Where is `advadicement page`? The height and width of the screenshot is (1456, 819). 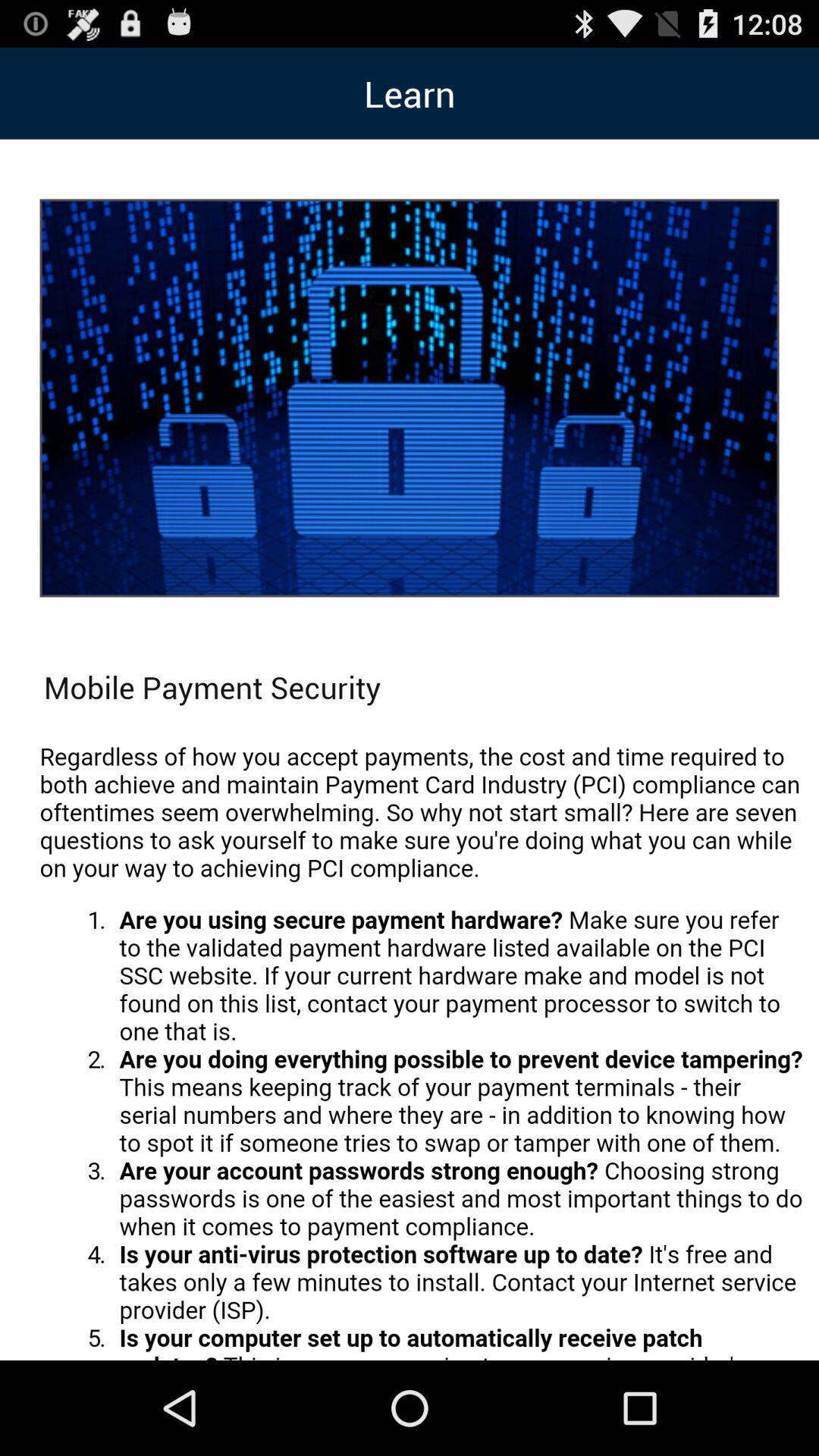
advadicement page is located at coordinates (421, 1043).